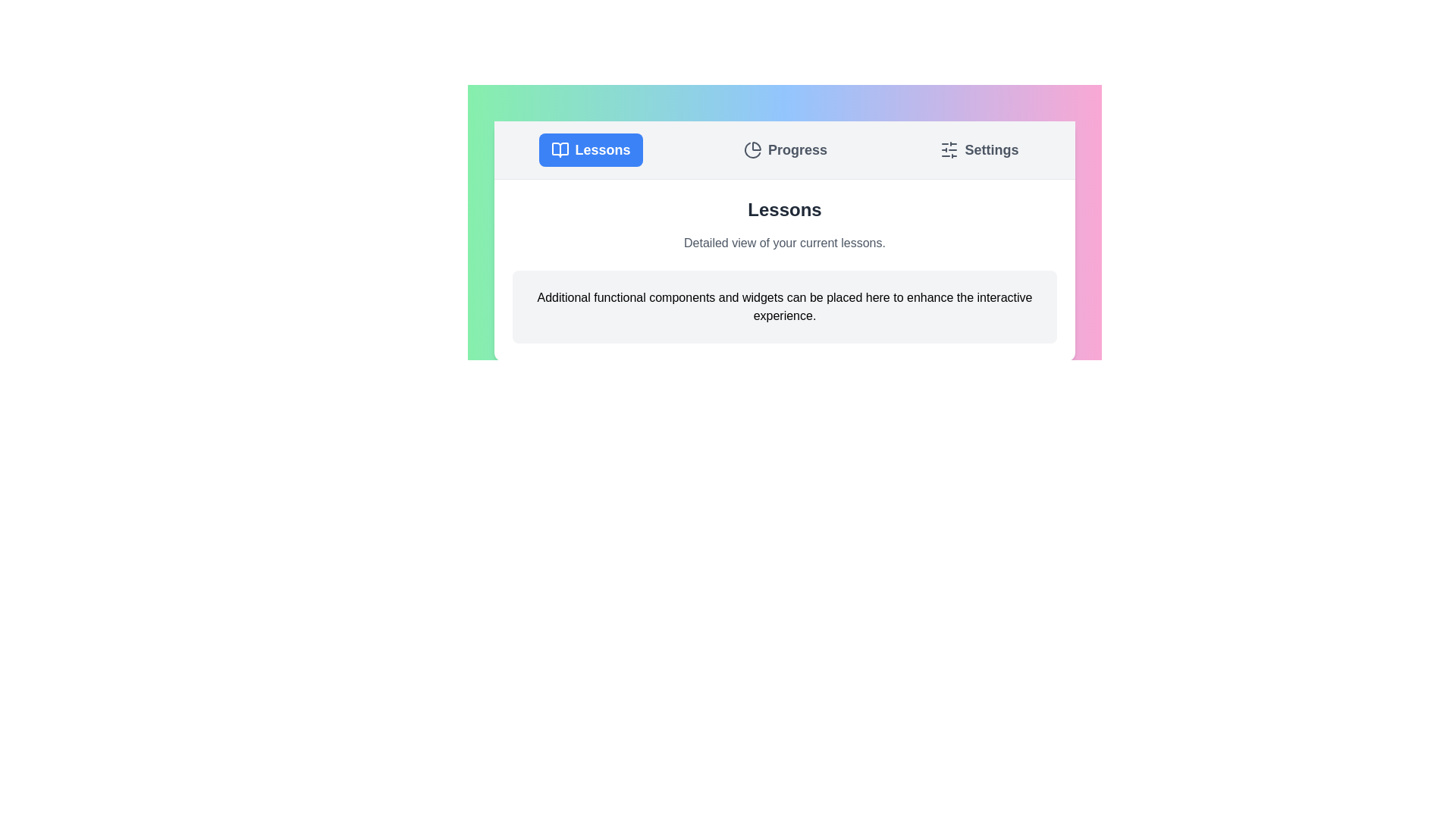 This screenshot has width=1456, height=819. What do you see at coordinates (979, 149) in the screenshot?
I see `the Settings tab by clicking on the corresponding tab button` at bounding box center [979, 149].